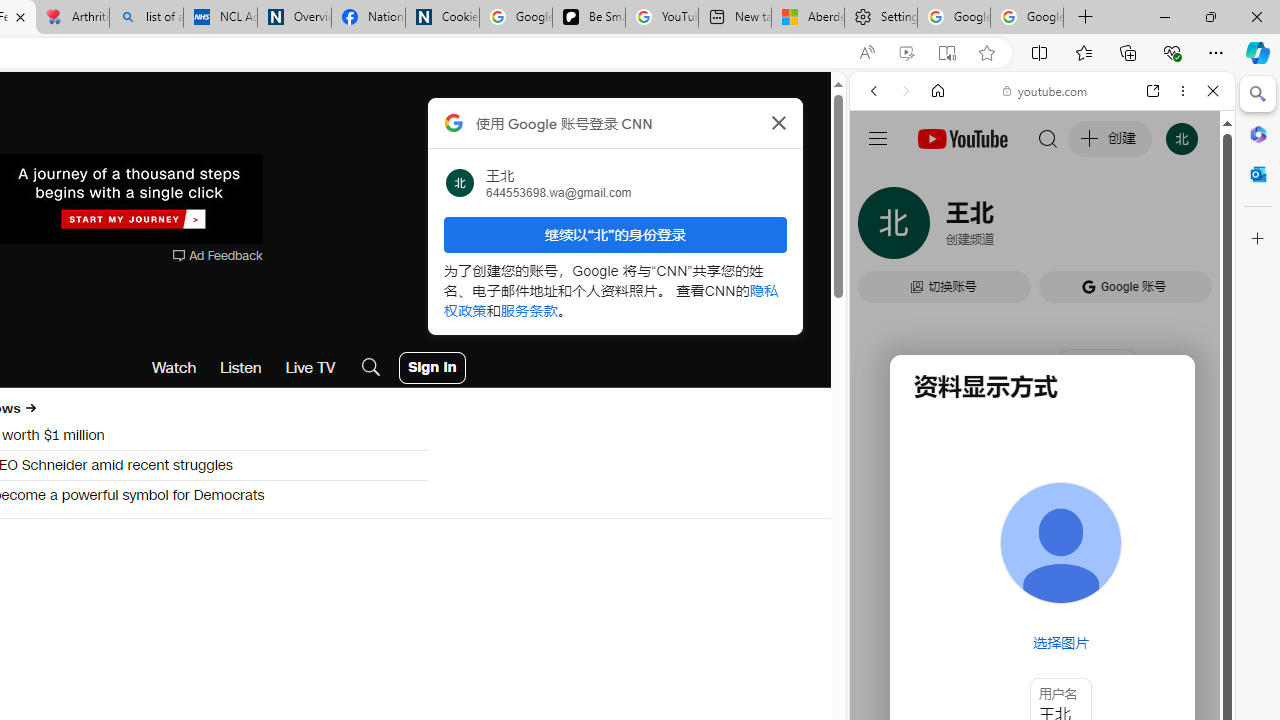 Image resolution: width=1280 pixels, height=720 pixels. I want to click on 'Listen', so click(240, 367).